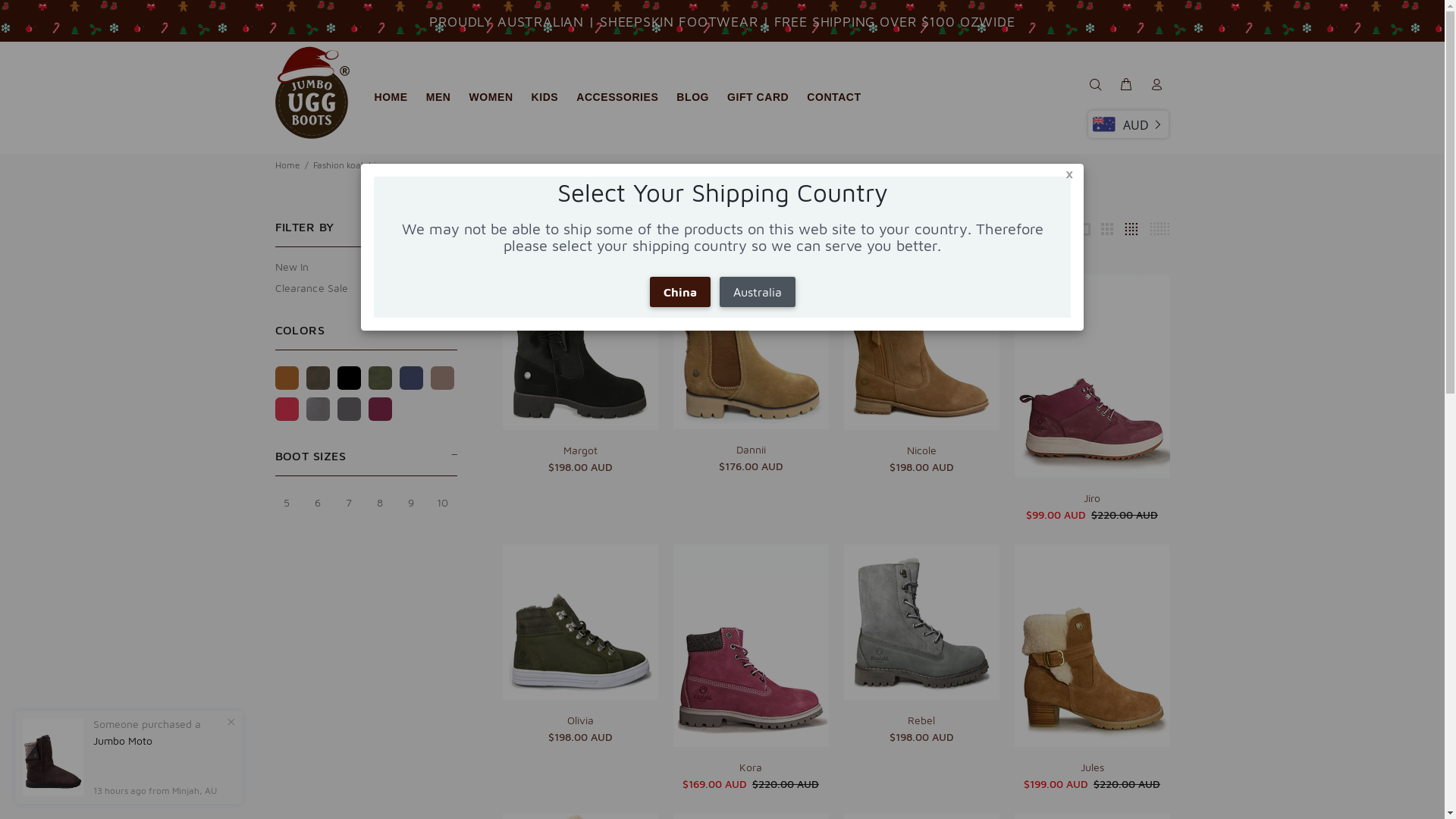 The image size is (1456, 819). Describe the element at coordinates (286, 408) in the screenshot. I see `'Jester red'` at that location.